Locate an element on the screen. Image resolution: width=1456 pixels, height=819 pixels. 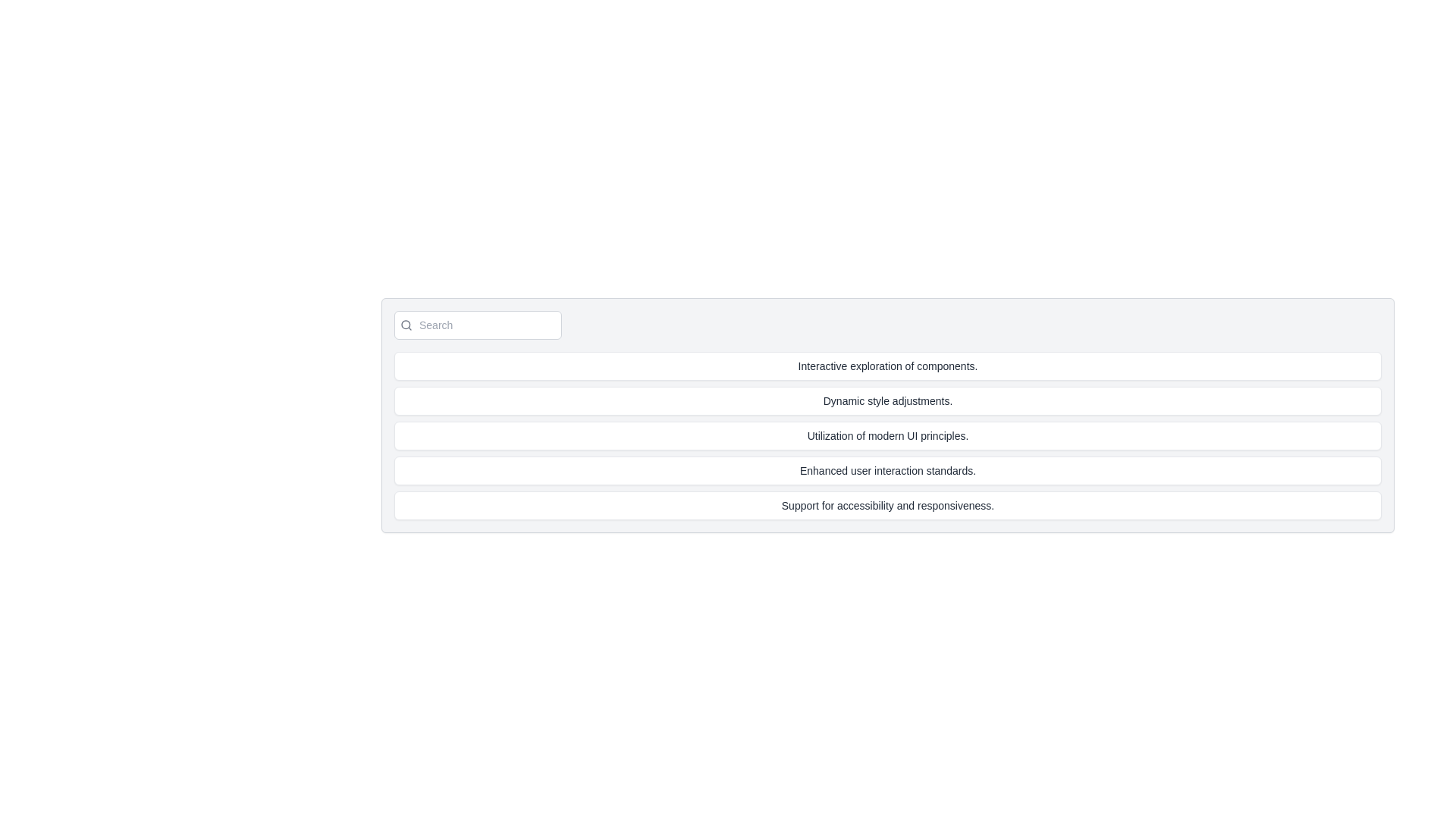
the static text character 'o', which is the second character in the word 'of' within the text 'Interactive exploration of components.' is located at coordinates (908, 366).